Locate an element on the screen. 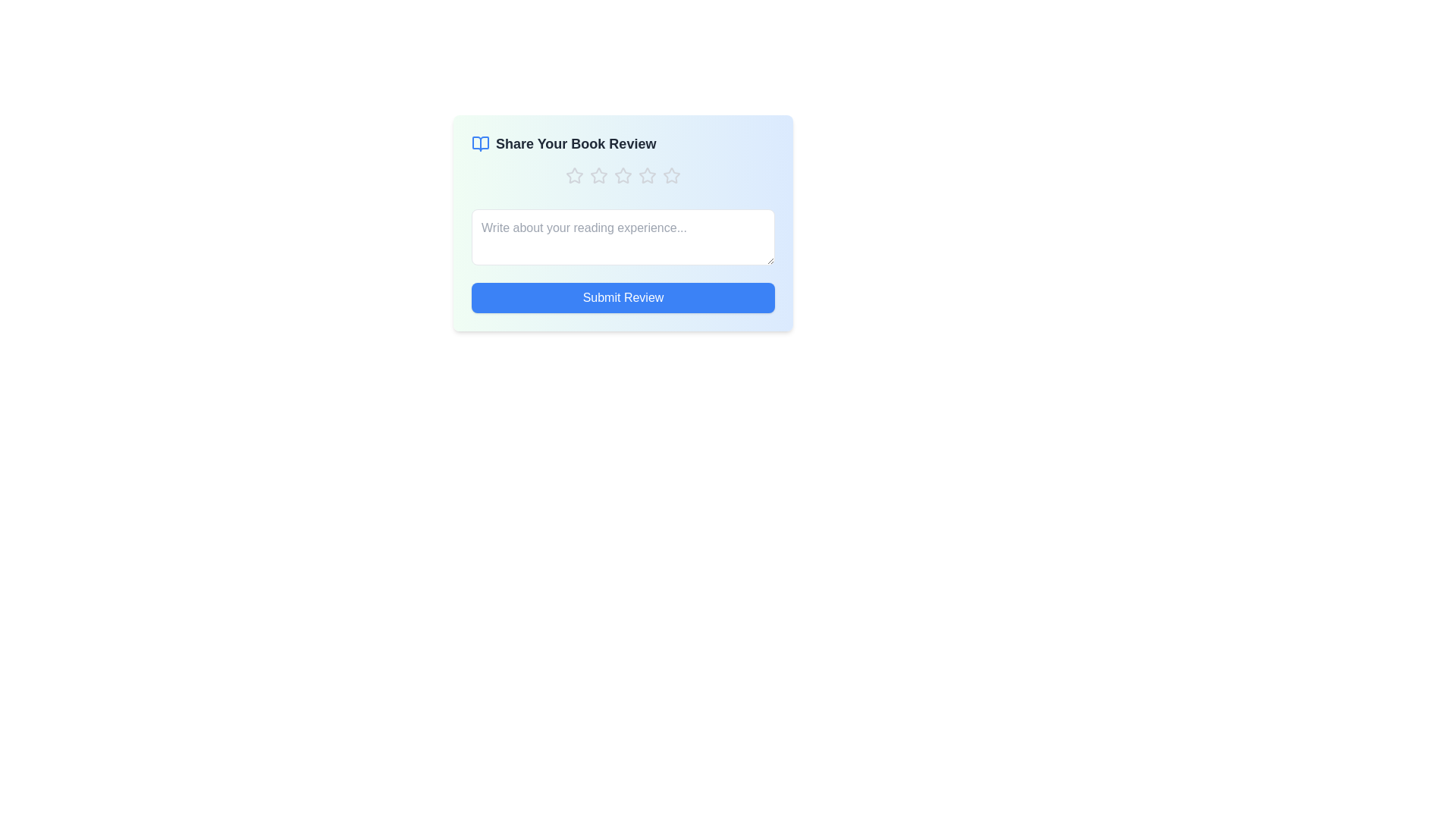 The width and height of the screenshot is (1456, 819). the book rating to 3 stars by clicking on the corresponding star is located at coordinates (623, 174).